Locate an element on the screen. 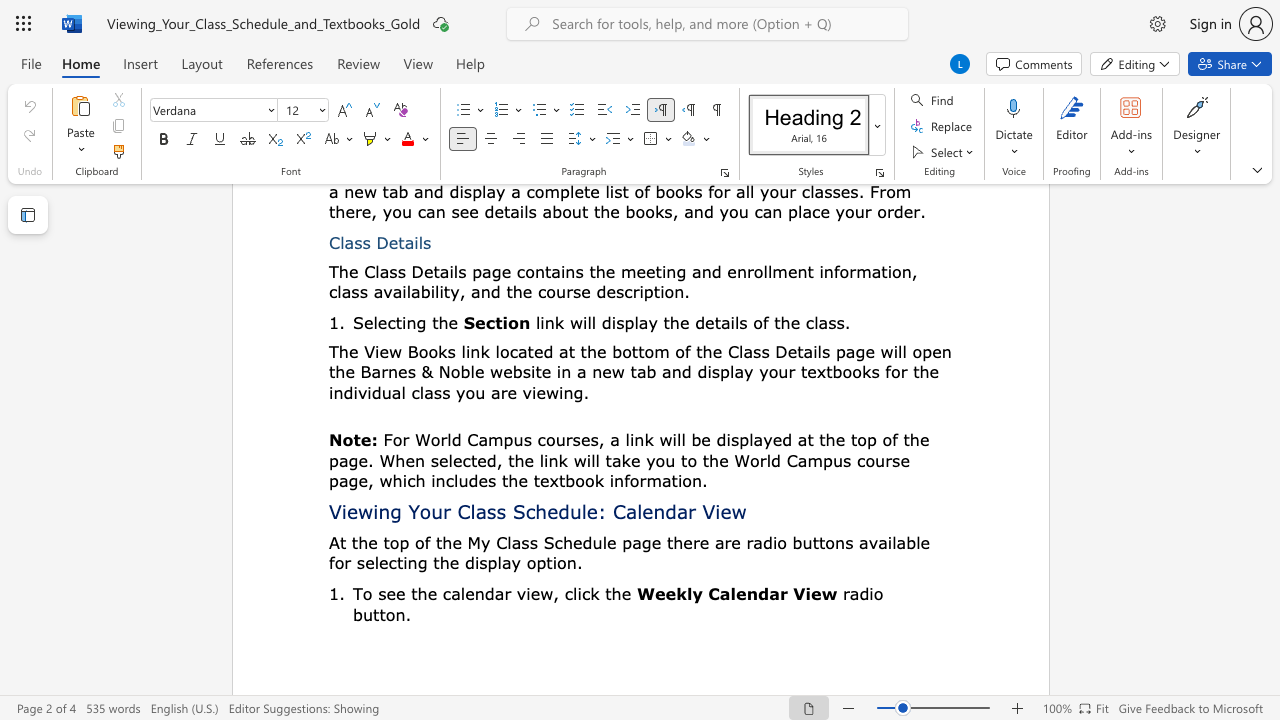 The image size is (1280, 720). the 2th character "h" in the text is located at coordinates (446, 542).